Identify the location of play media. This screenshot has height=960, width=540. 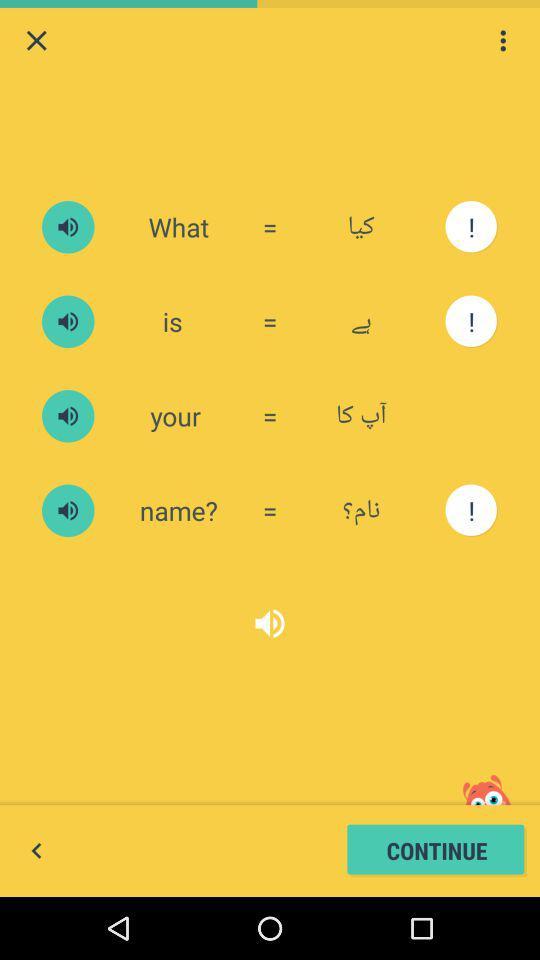
(67, 321).